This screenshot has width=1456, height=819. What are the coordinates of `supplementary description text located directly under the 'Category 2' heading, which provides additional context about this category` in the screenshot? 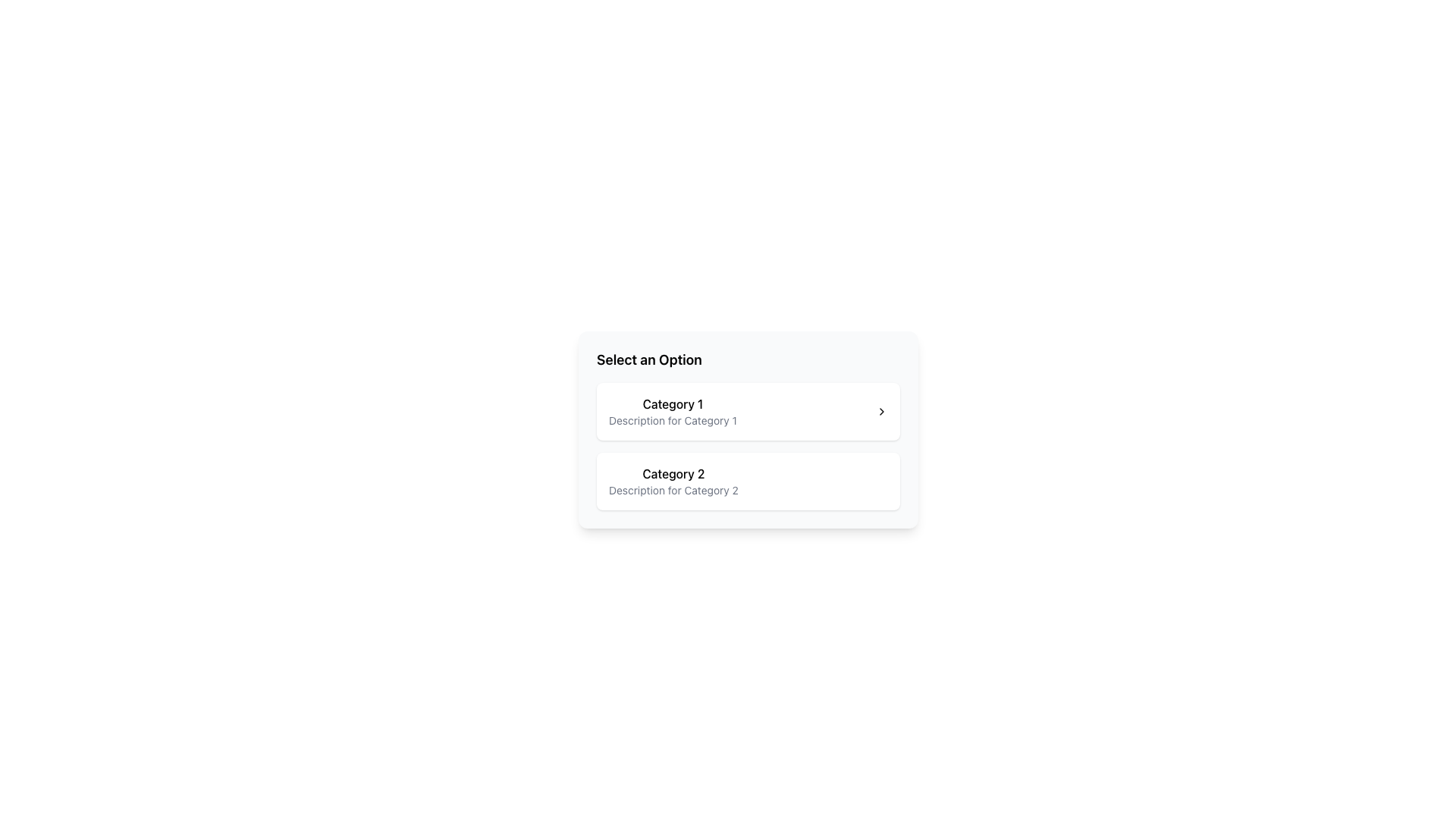 It's located at (673, 491).